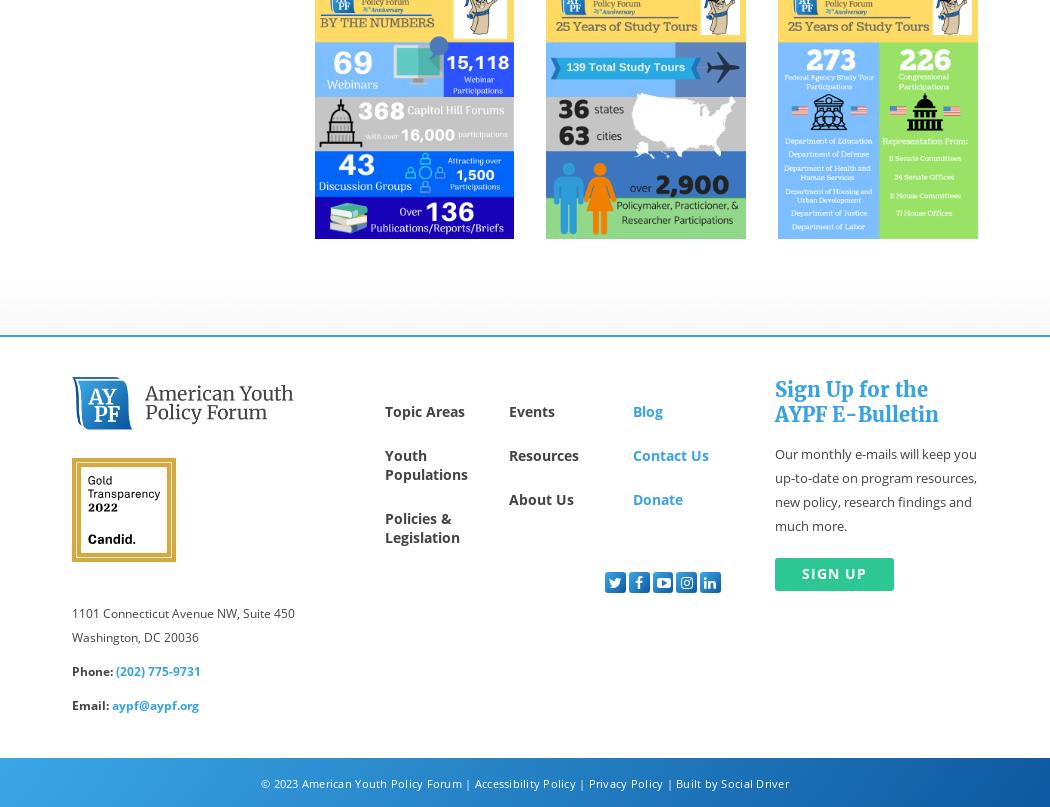  Describe the element at coordinates (875, 490) in the screenshot. I see `'Our monthly e-mails will keep you up-to-date on program resources, new policy, research findings and much more.'` at that location.